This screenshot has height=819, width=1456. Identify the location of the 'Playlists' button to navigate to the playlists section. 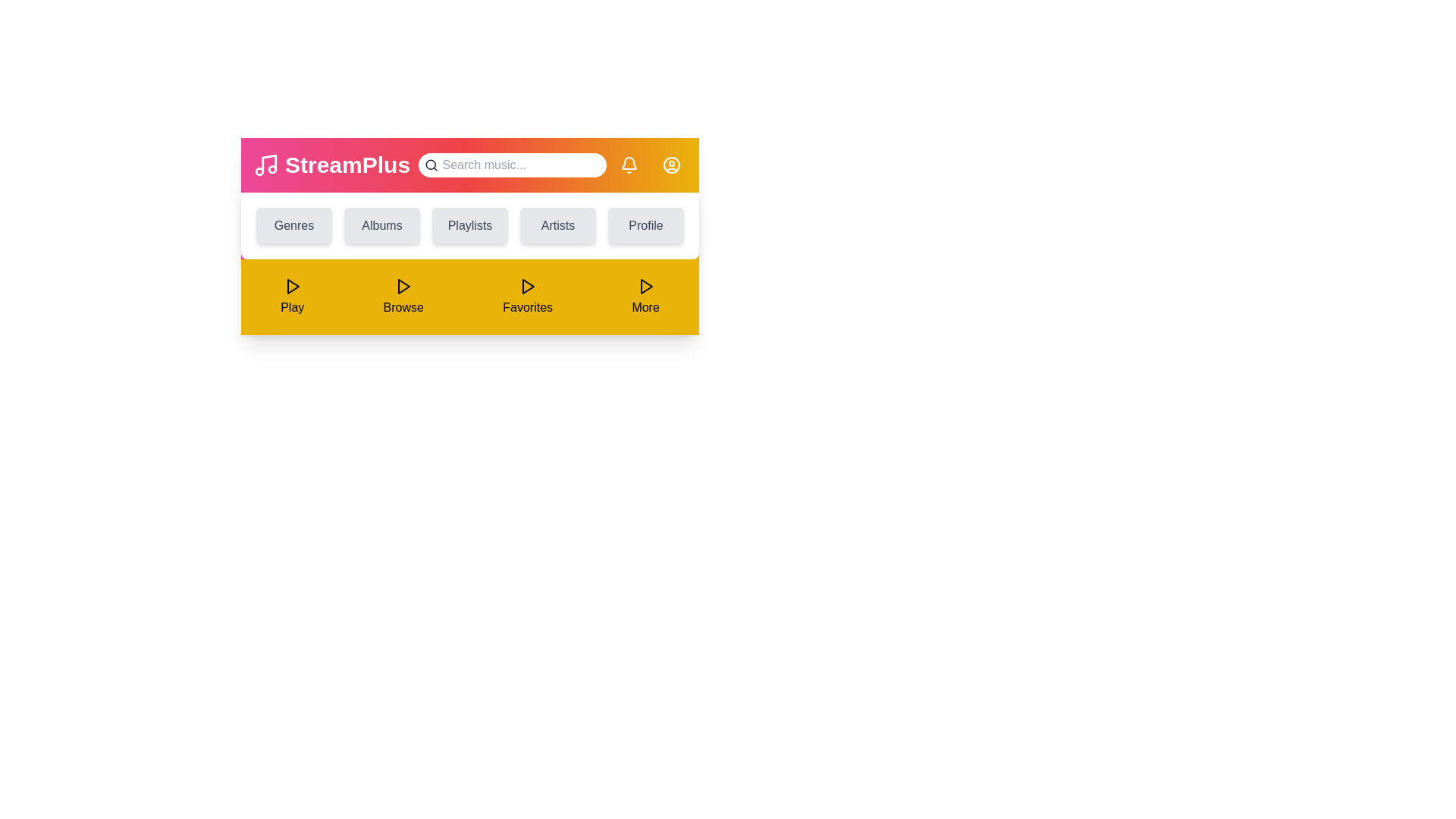
(469, 225).